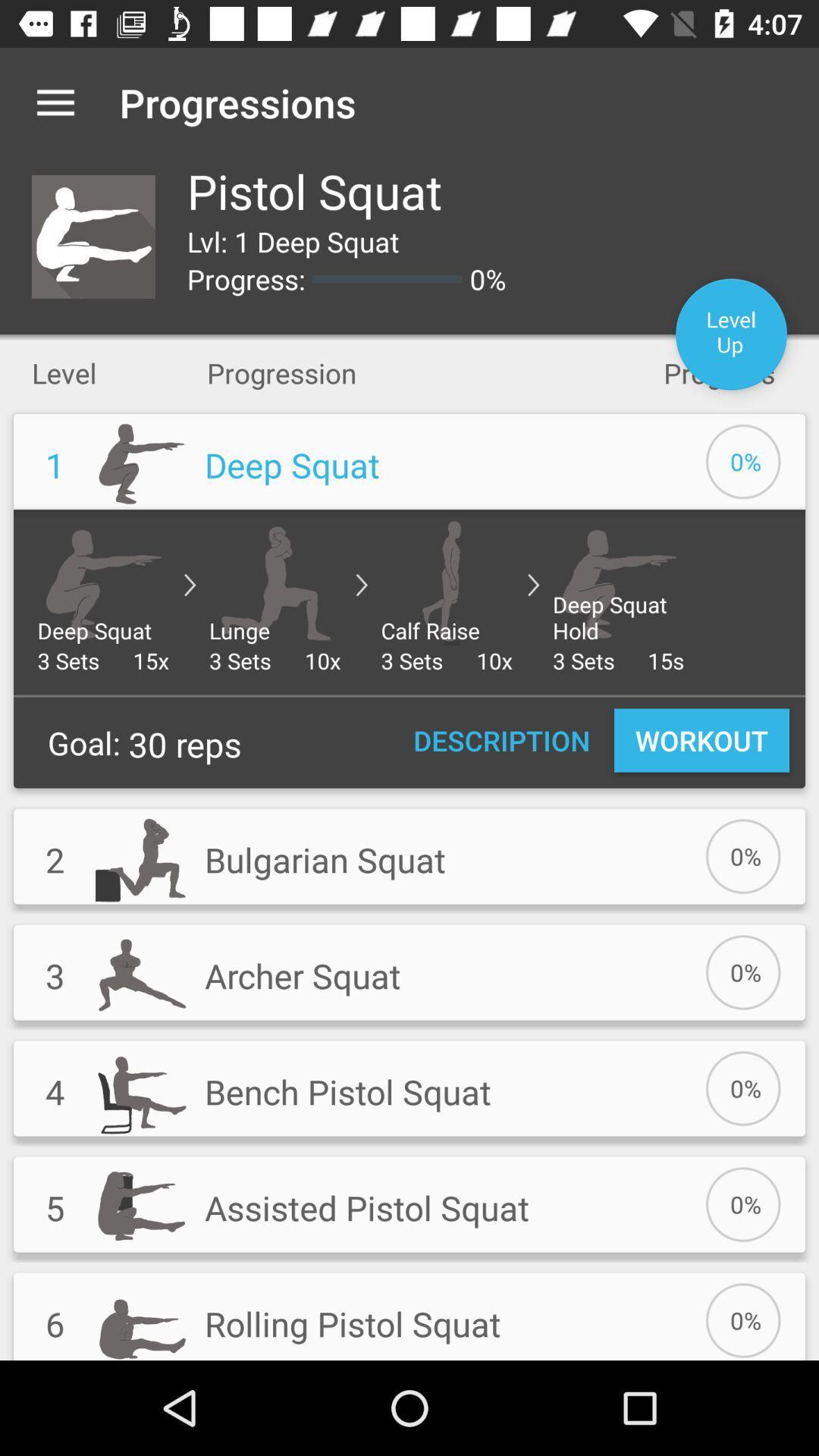  What do you see at coordinates (55, 102) in the screenshot?
I see `app to the left of the progressions app` at bounding box center [55, 102].